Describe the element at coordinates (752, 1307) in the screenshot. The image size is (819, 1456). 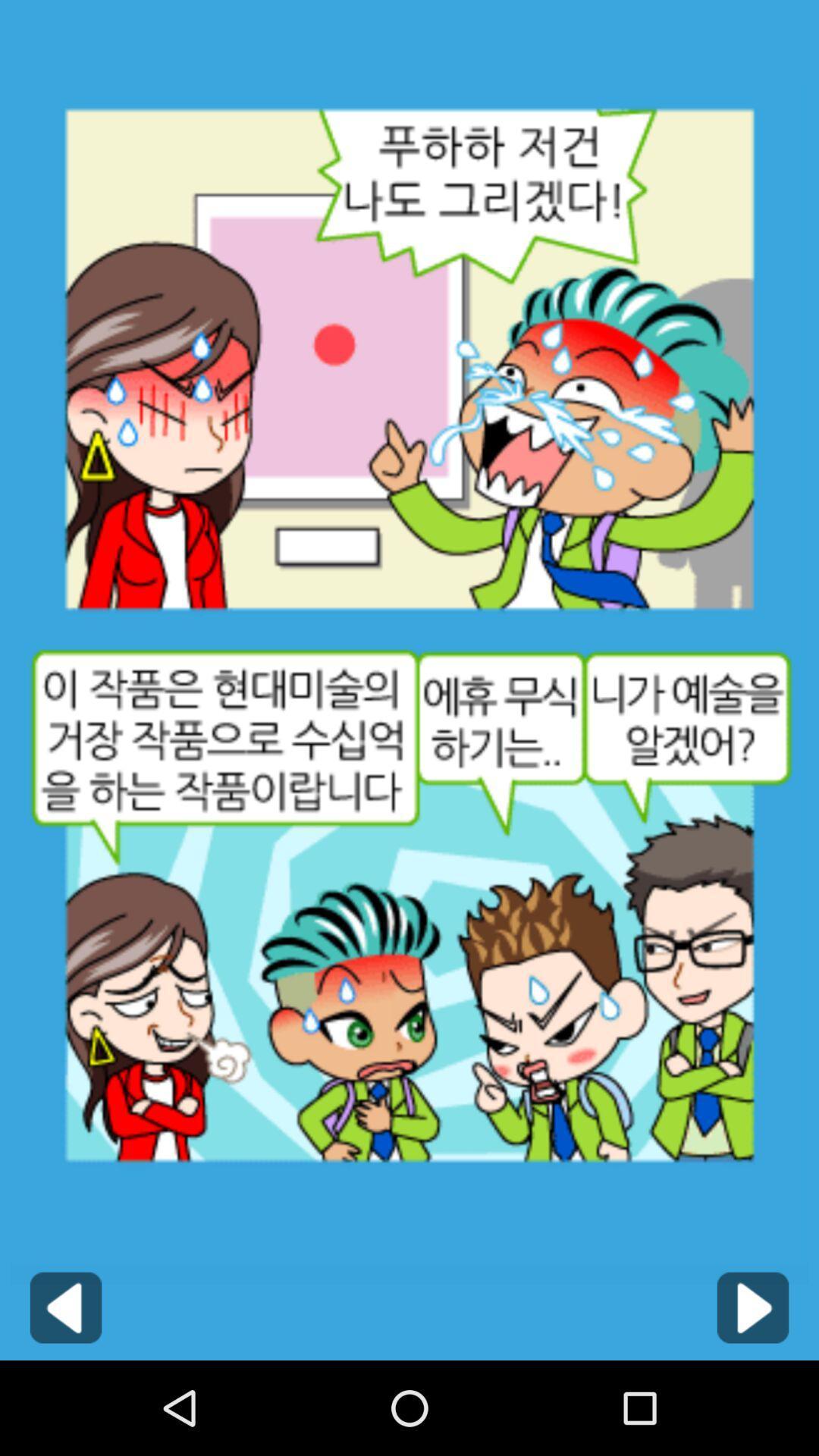
I see `go next` at that location.